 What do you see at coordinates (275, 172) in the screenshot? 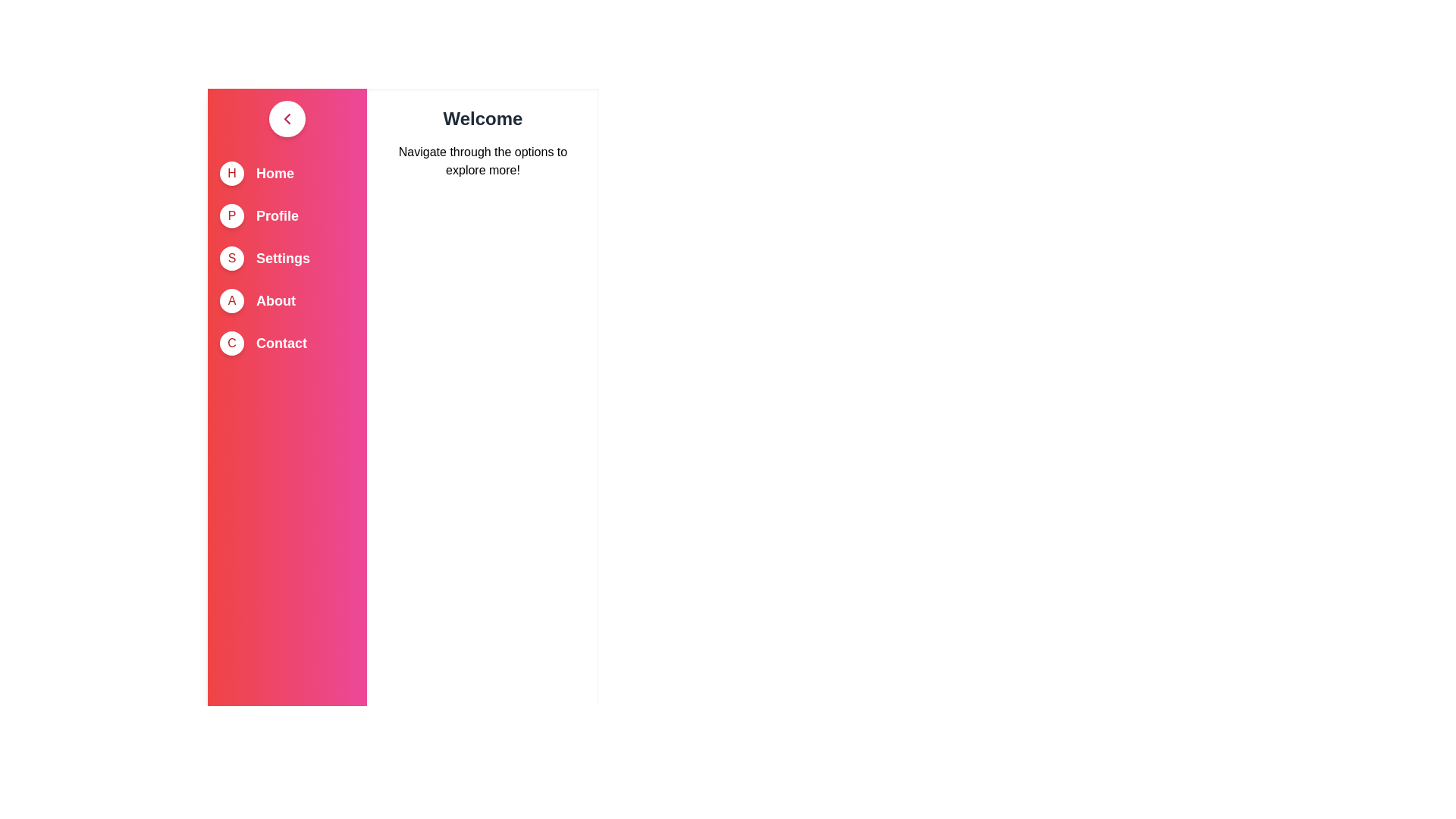
I see `the menu item Home` at bounding box center [275, 172].